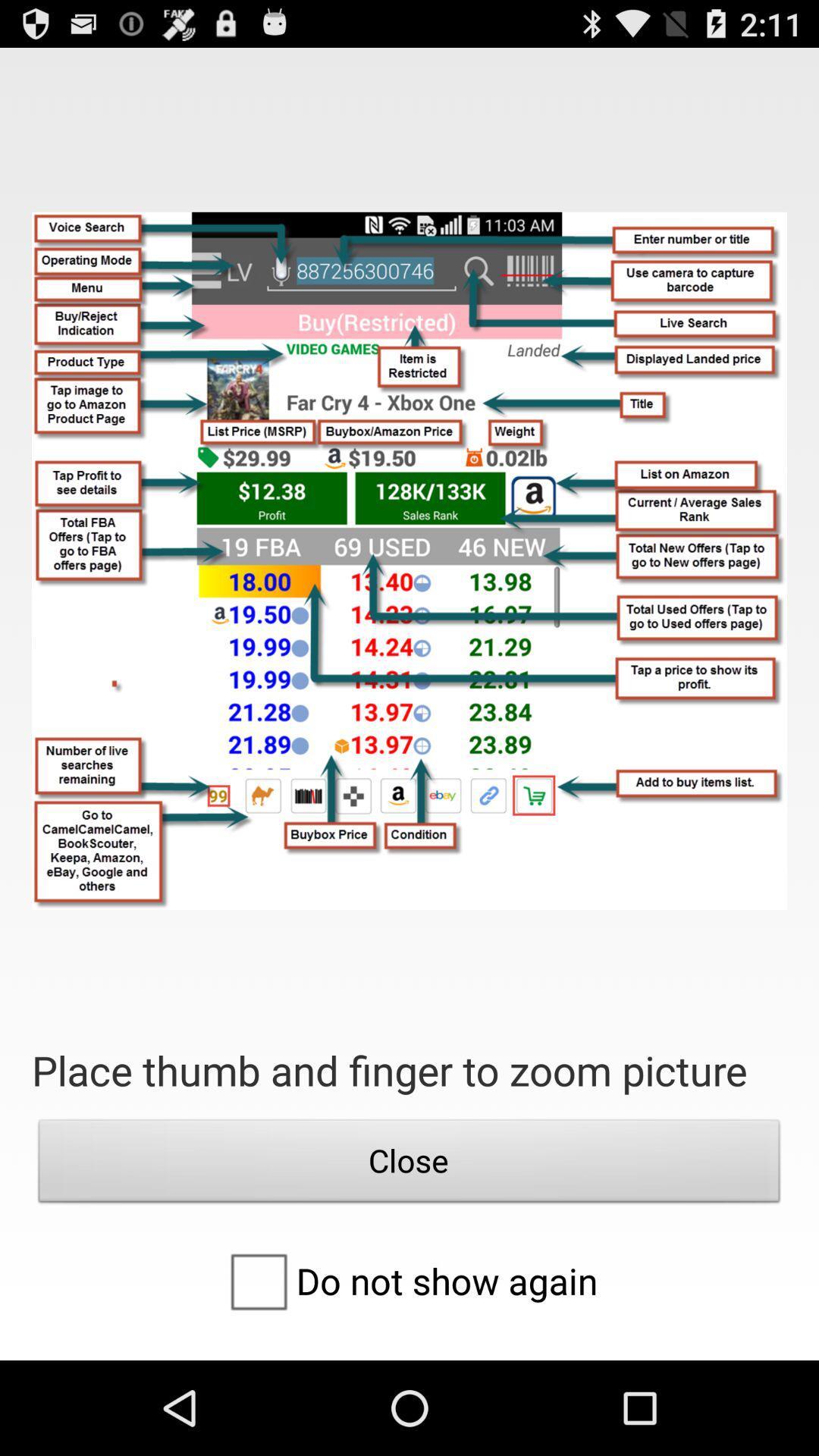  I want to click on the close item, so click(409, 1164).